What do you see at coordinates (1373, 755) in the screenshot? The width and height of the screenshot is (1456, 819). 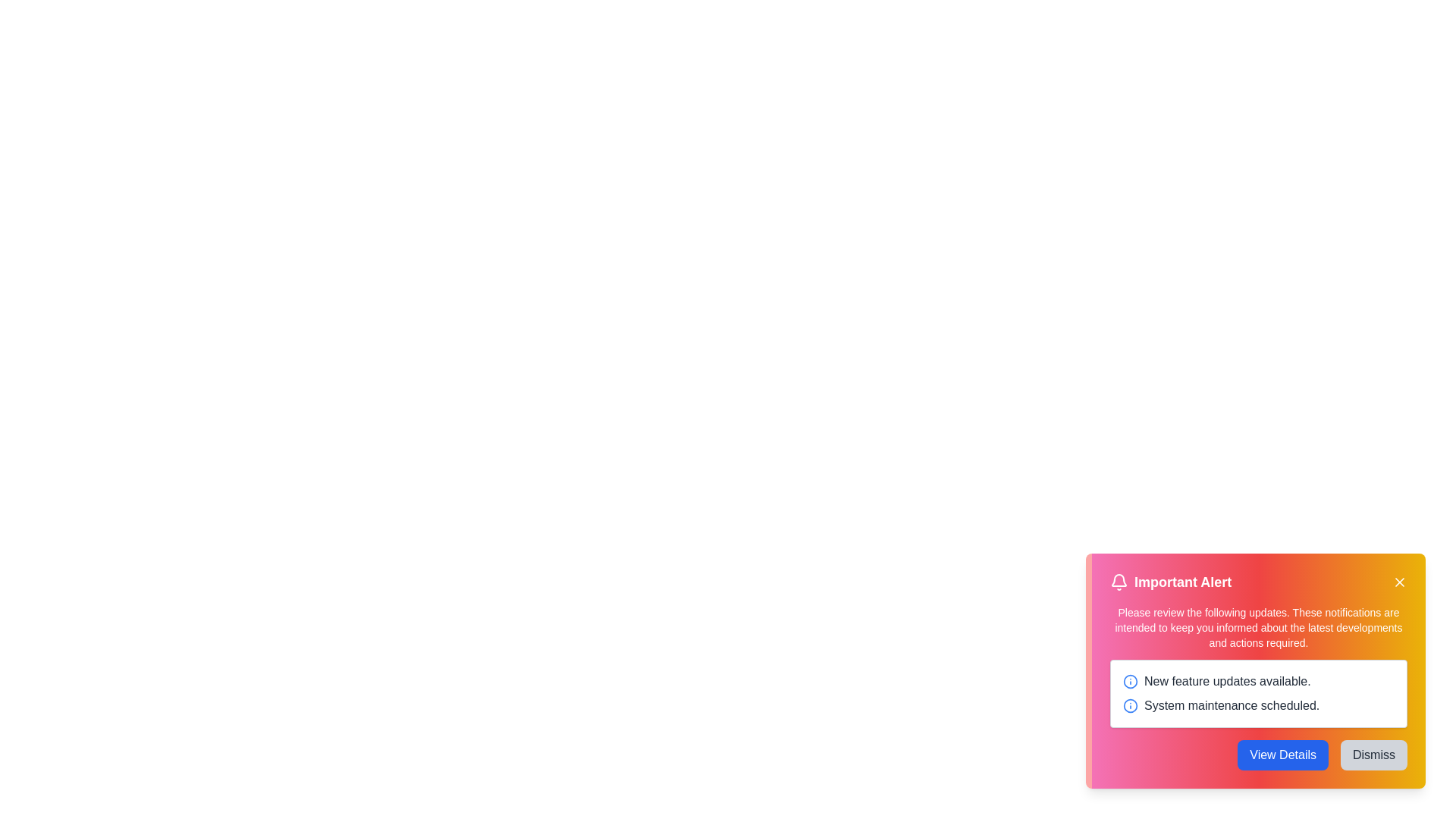 I see `the 'Dismiss' button to close the alert box` at bounding box center [1373, 755].